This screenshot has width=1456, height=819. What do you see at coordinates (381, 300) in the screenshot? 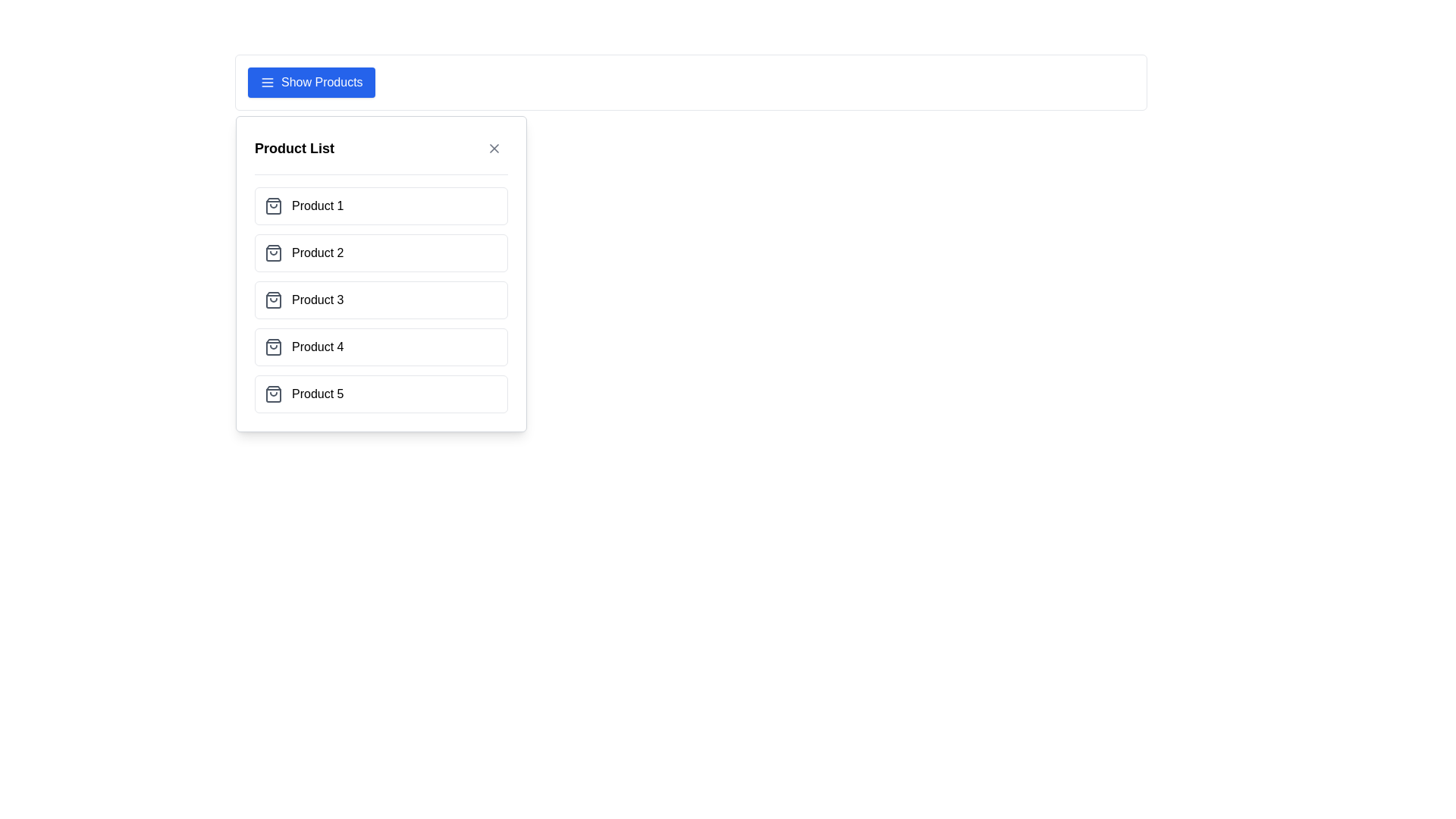
I see `the third item` at bounding box center [381, 300].